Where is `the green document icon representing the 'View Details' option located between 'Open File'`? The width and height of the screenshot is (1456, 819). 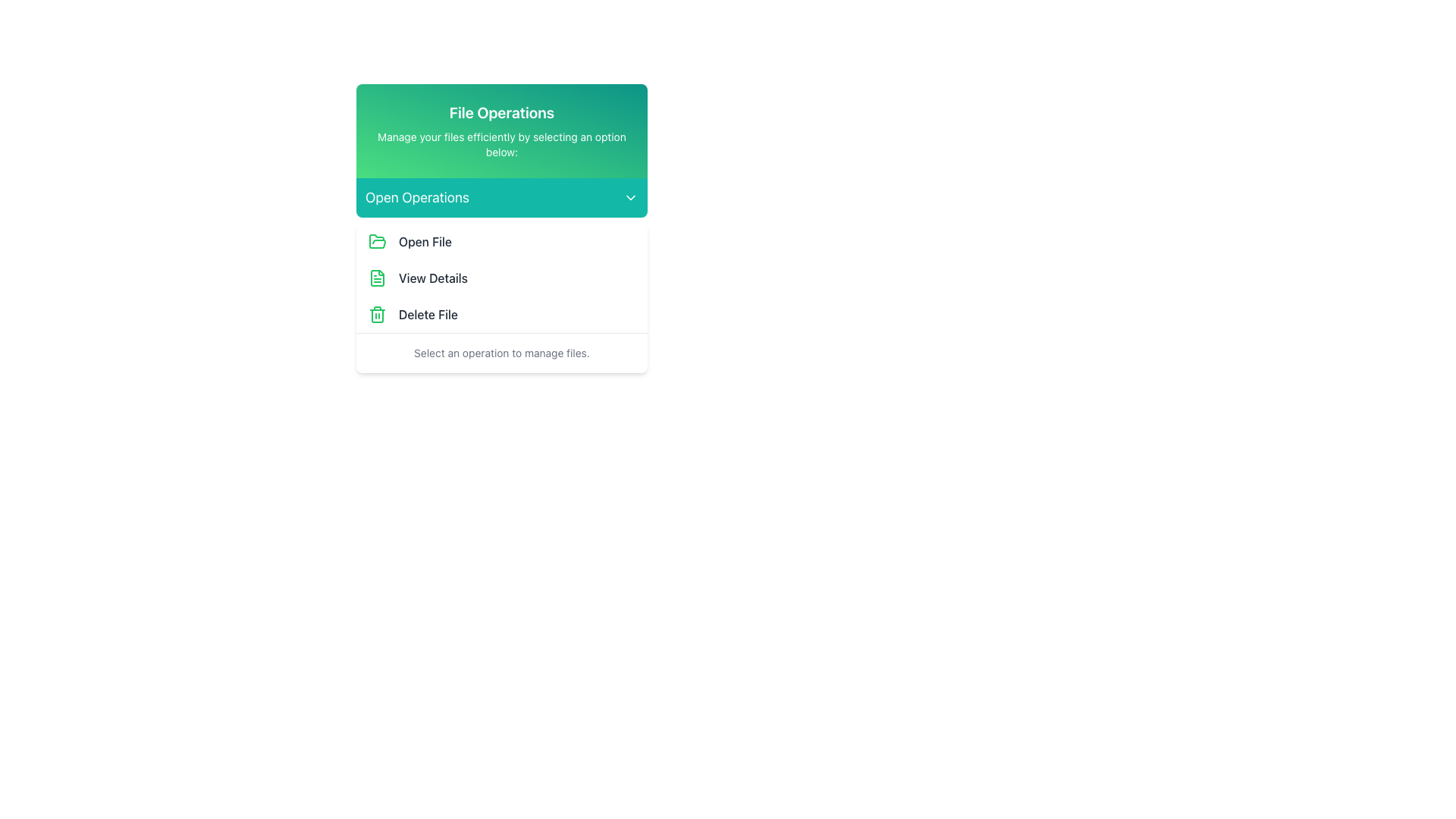
the green document icon representing the 'View Details' option located between 'Open File' is located at coordinates (378, 278).